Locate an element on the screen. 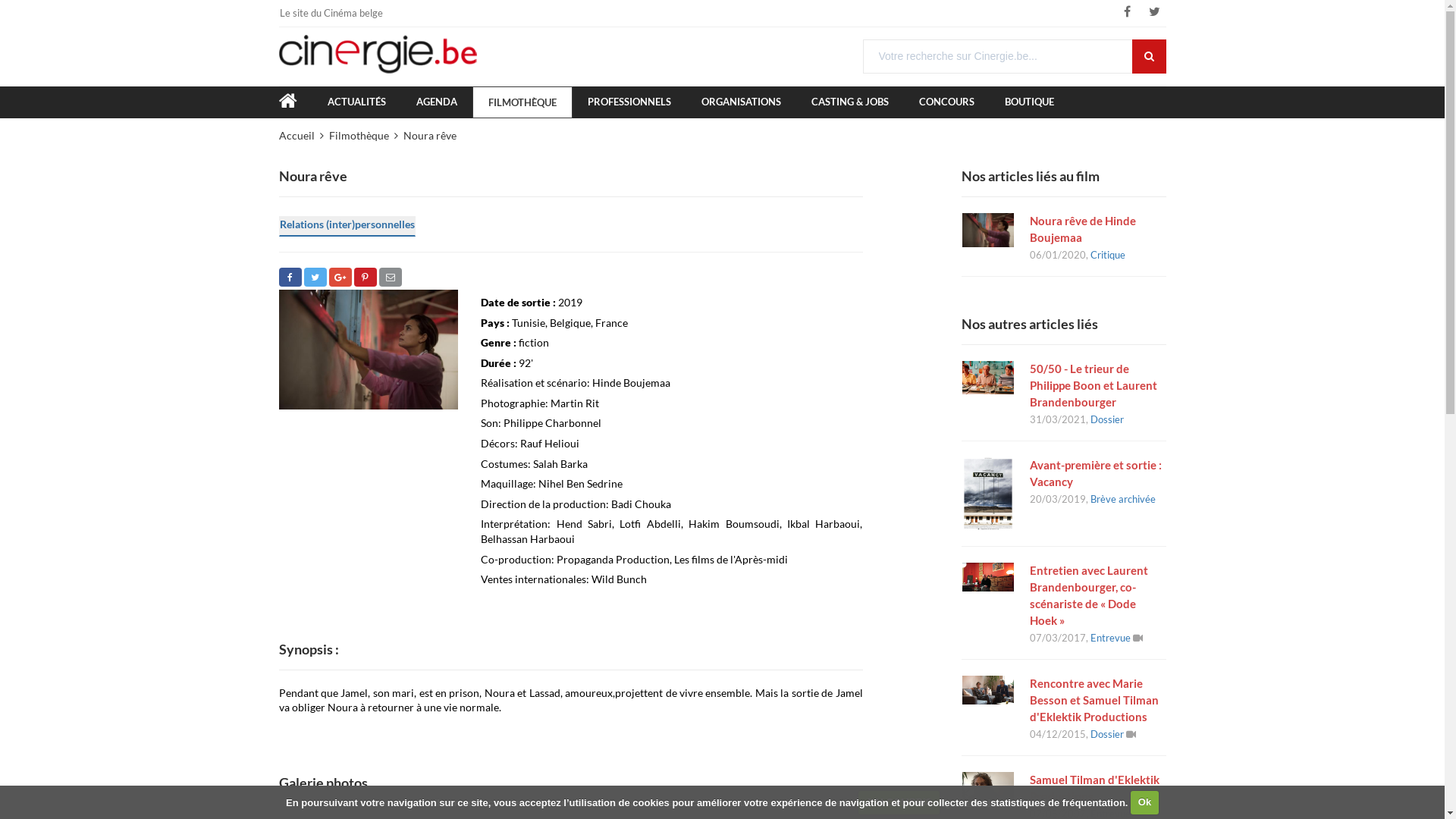 The height and width of the screenshot is (819, 1456). 'BOUTIQUE' is located at coordinates (1004, 102).